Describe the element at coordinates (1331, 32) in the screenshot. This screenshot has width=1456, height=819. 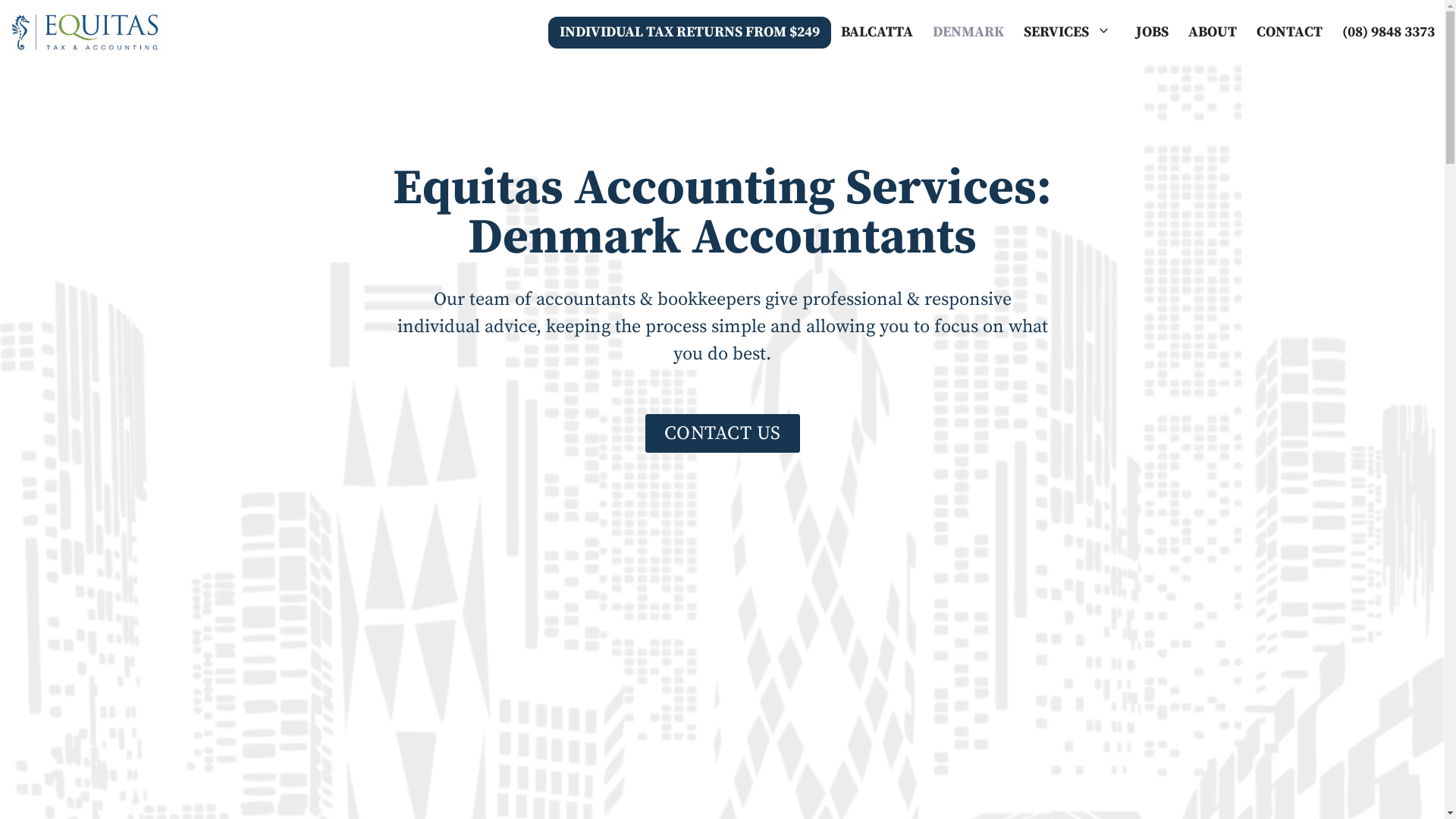
I see `'(08) 9848 3373'` at that location.